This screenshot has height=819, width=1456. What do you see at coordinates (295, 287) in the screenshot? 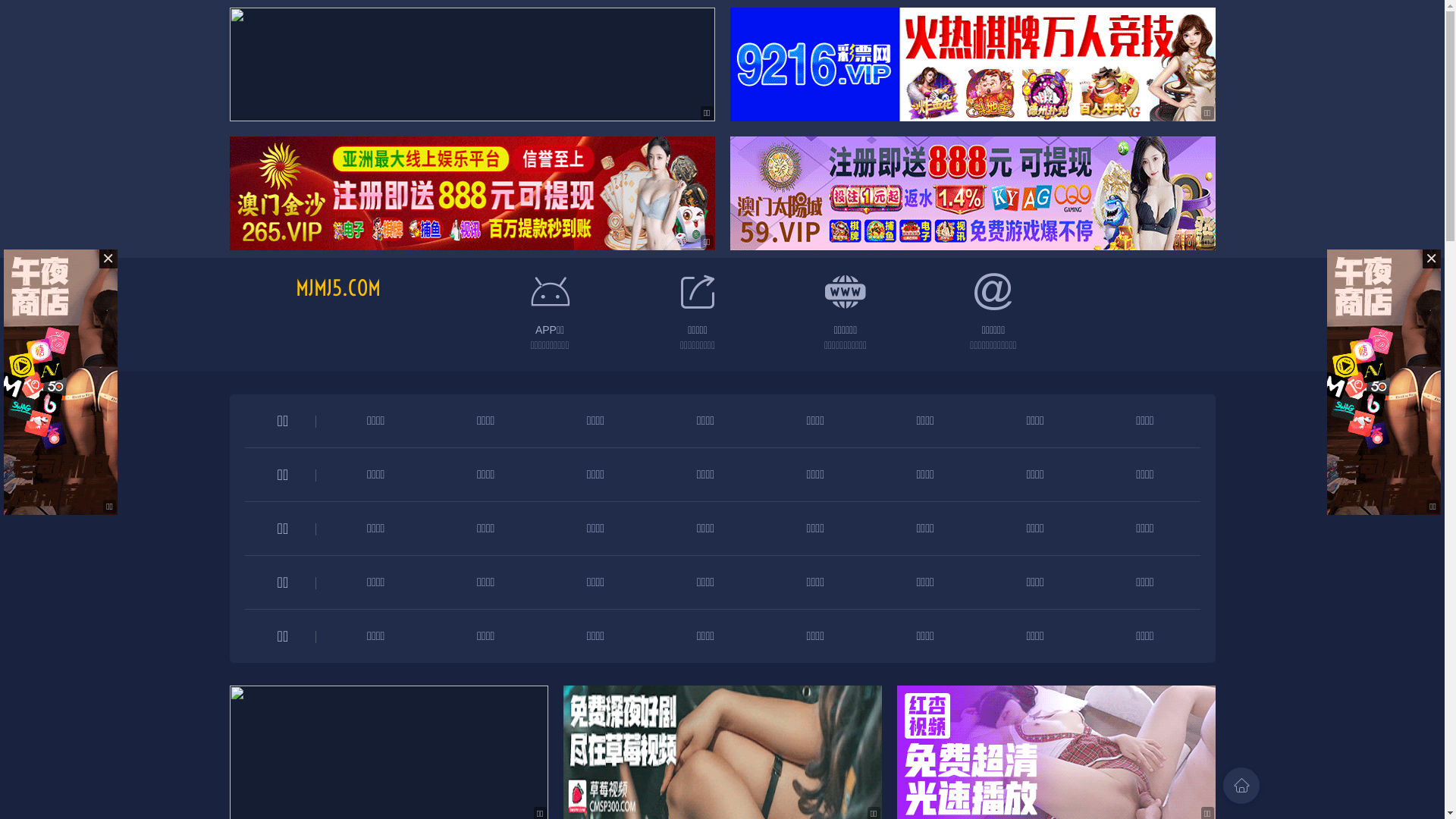
I see `'MJMJ5.COM'` at bounding box center [295, 287].